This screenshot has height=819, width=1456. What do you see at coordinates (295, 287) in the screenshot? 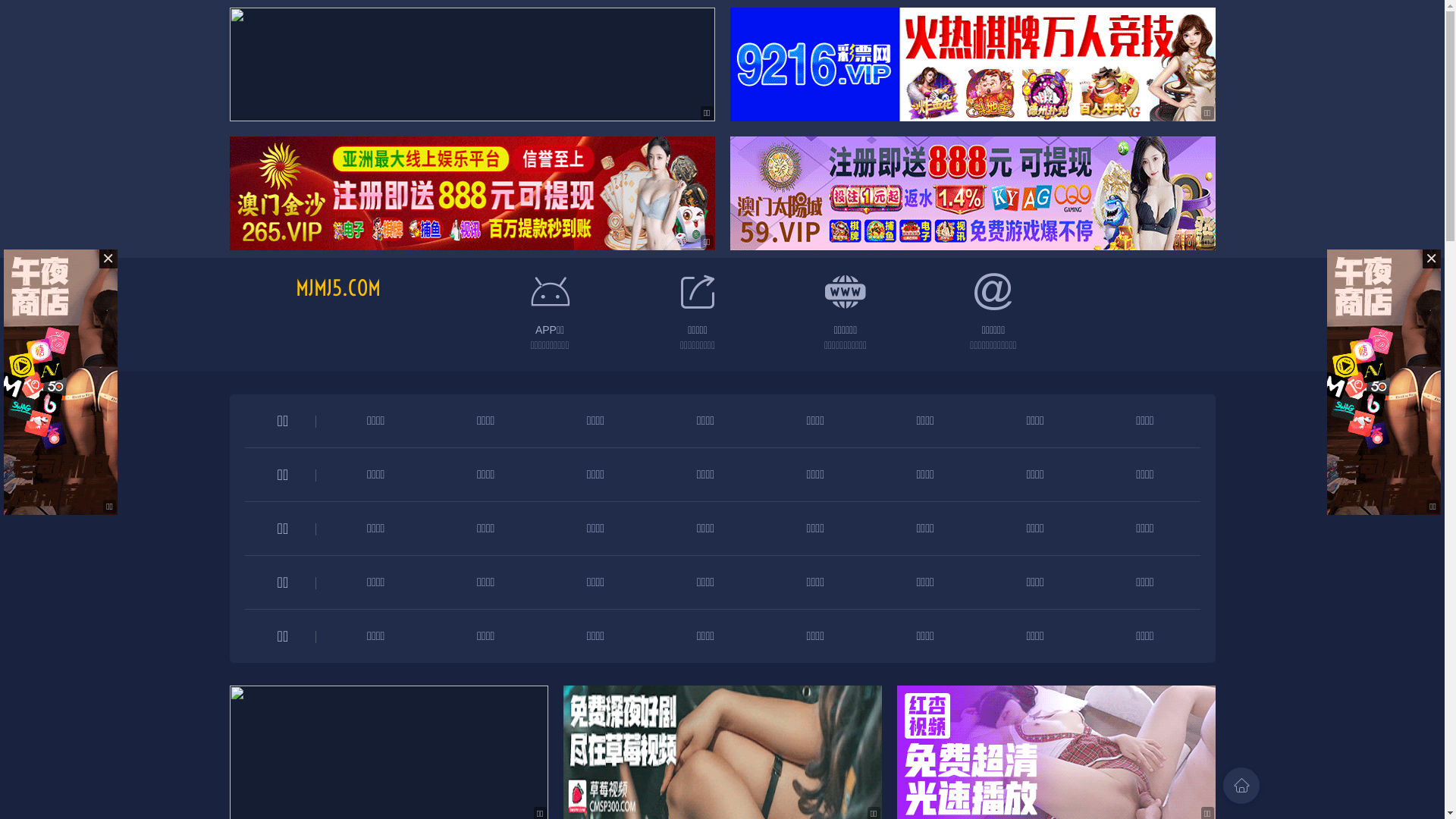
I see `'MJMJ5.COM'` at bounding box center [295, 287].